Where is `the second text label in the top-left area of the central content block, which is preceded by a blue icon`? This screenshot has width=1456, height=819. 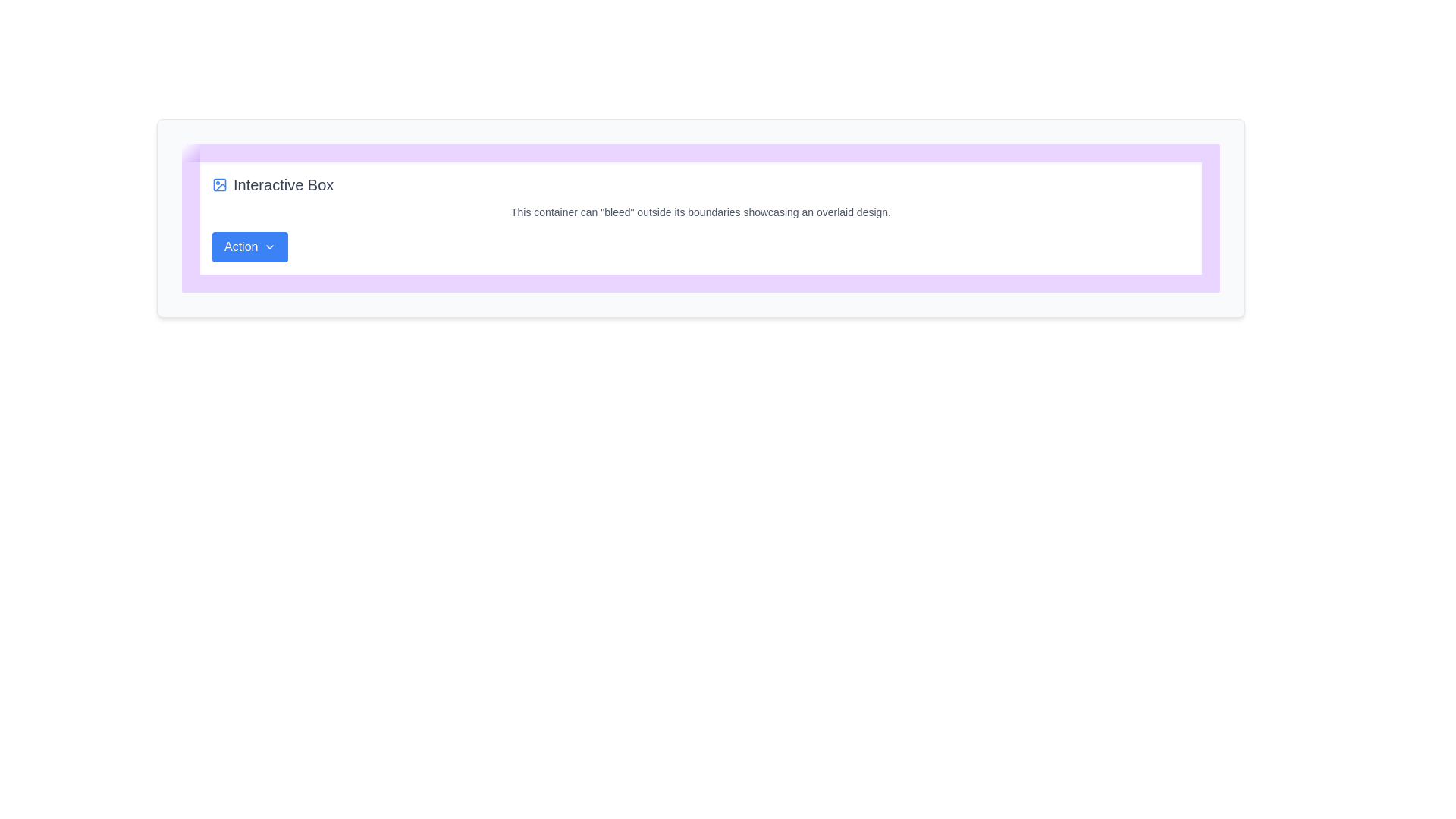 the second text label in the top-left area of the central content block, which is preceded by a blue icon is located at coordinates (284, 184).